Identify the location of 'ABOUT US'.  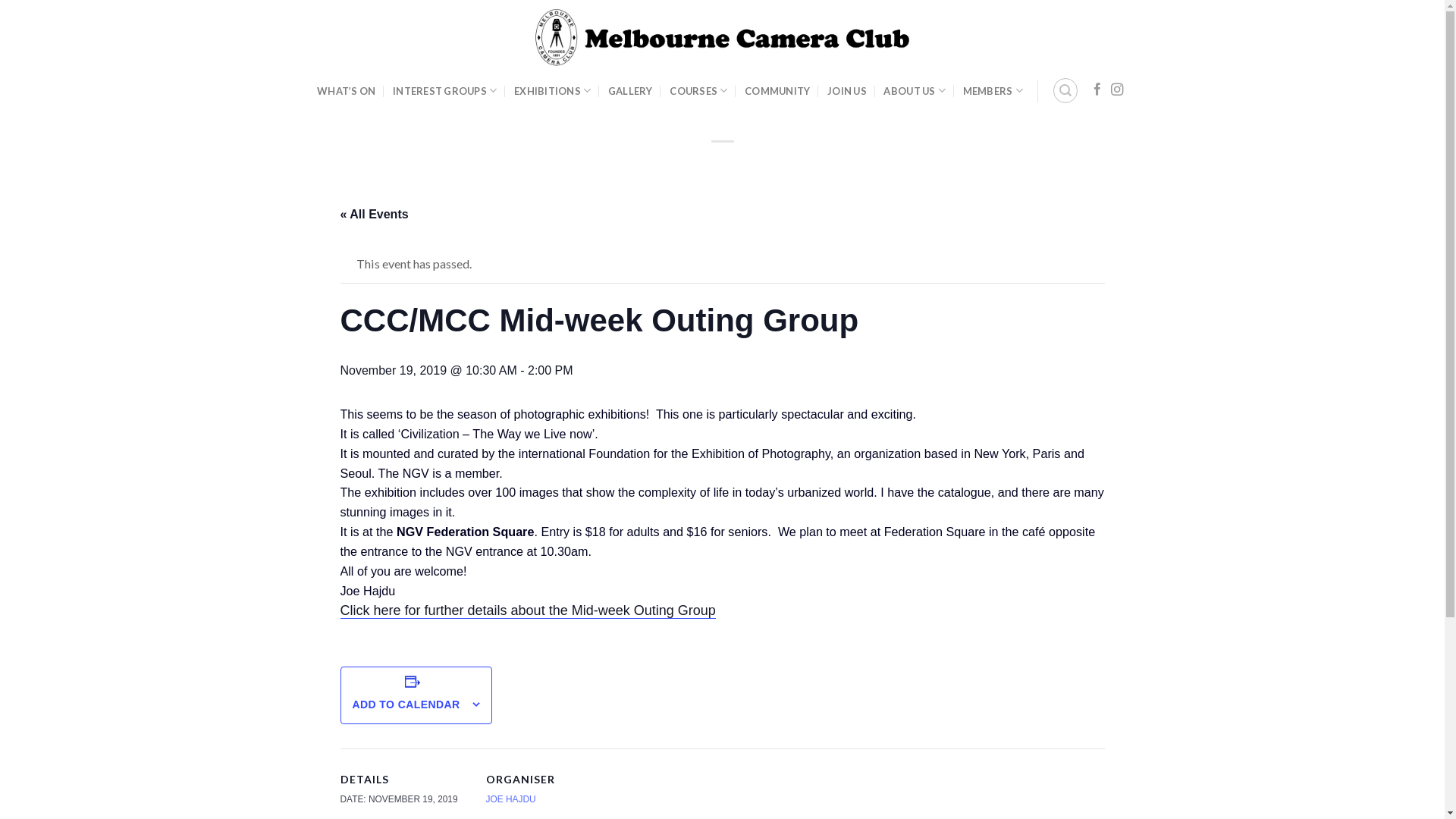
(913, 90).